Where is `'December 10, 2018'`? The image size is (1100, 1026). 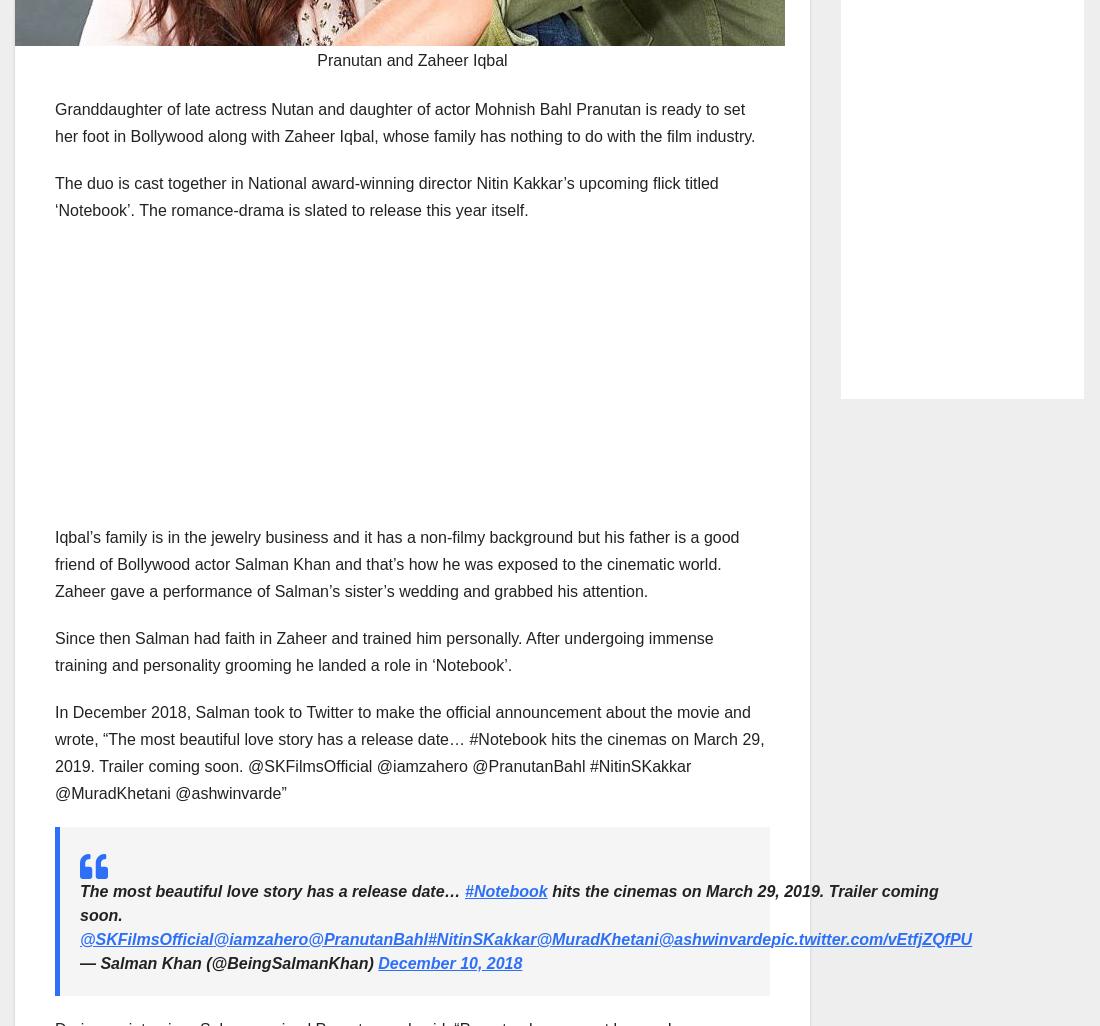 'December 10, 2018' is located at coordinates (449, 962).